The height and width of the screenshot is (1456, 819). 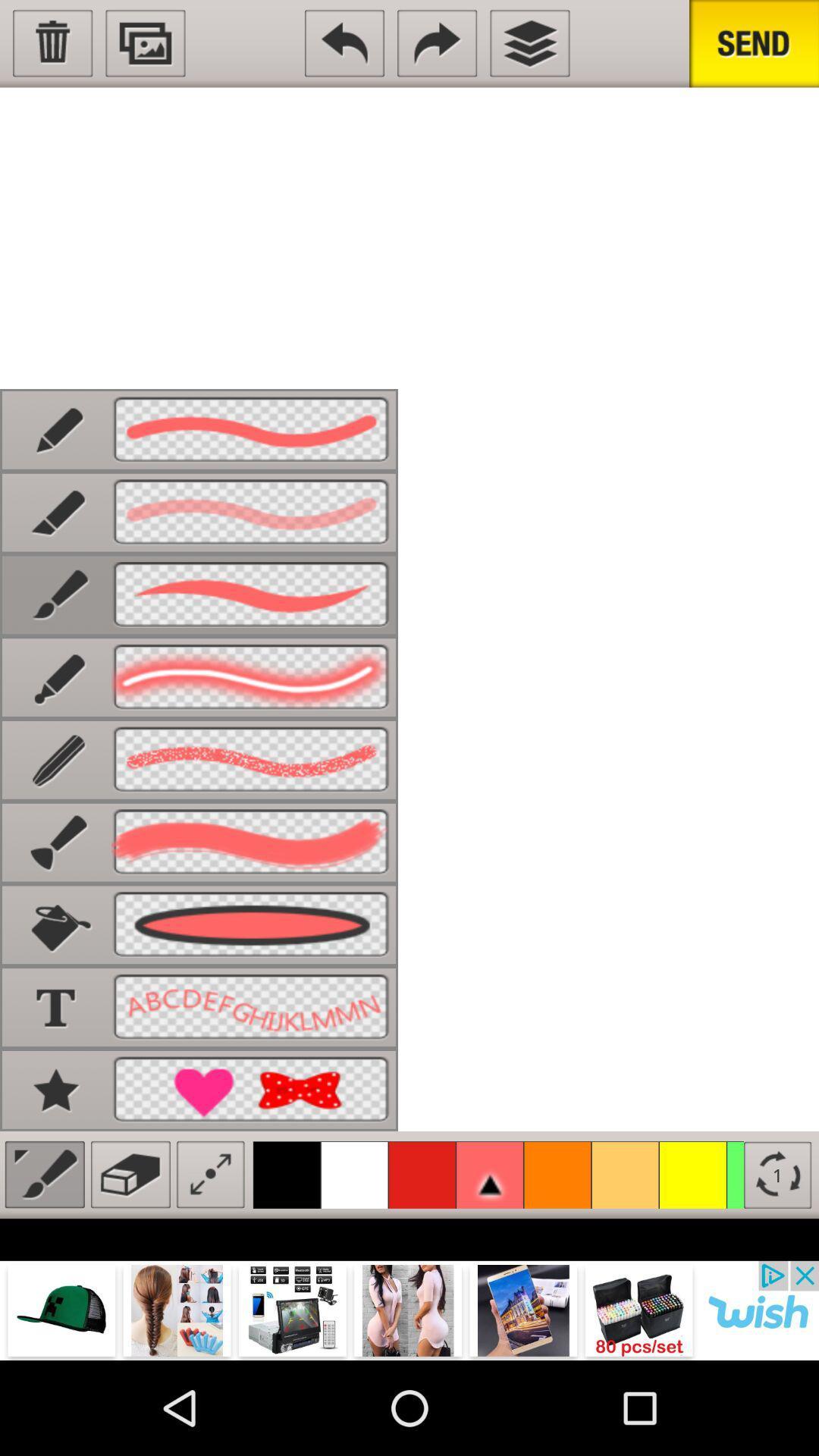 I want to click on delete painting, so click(x=52, y=43).